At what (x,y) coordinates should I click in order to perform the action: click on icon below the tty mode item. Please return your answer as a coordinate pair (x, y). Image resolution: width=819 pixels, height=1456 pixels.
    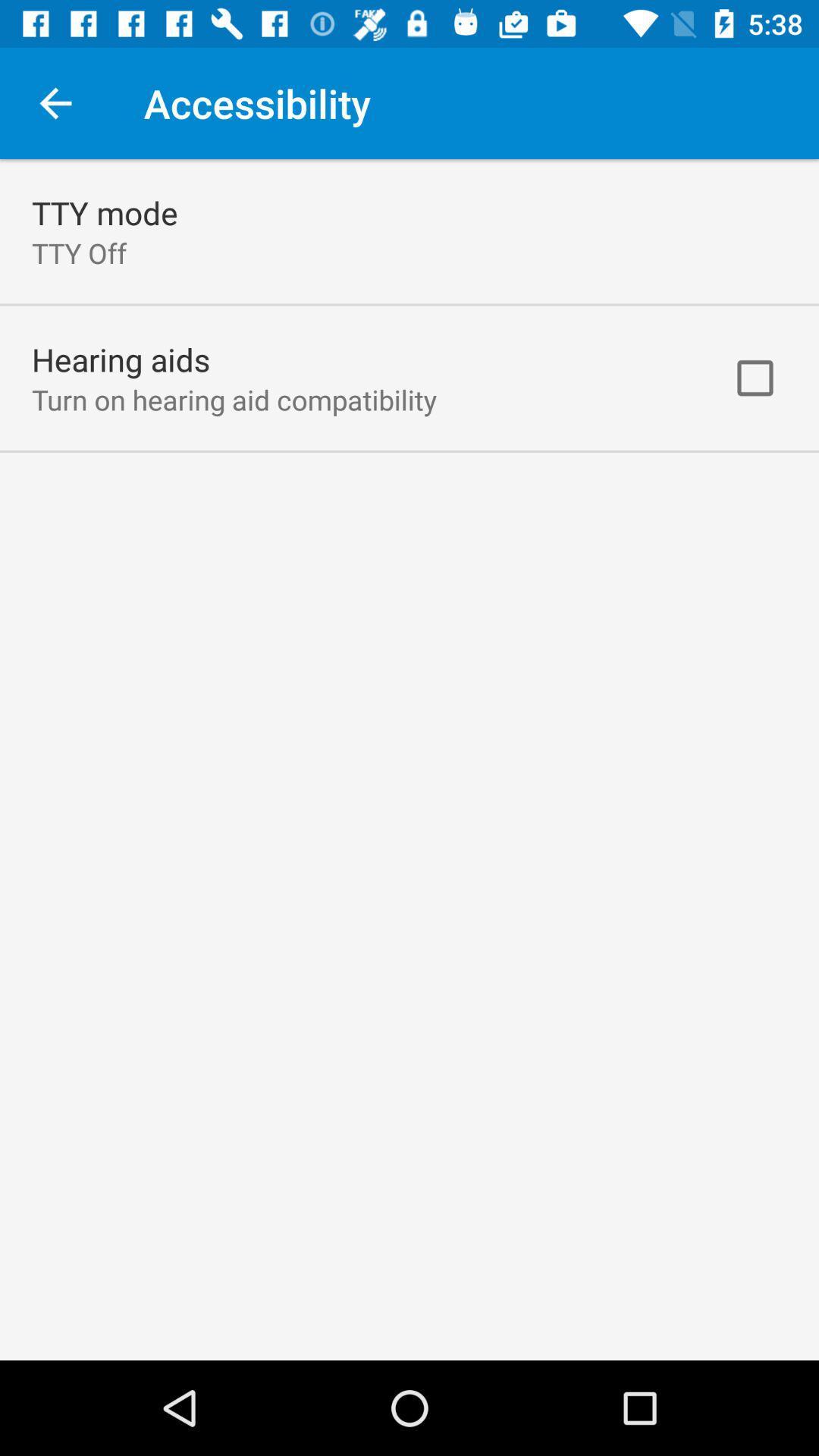
    Looking at the image, I should click on (79, 253).